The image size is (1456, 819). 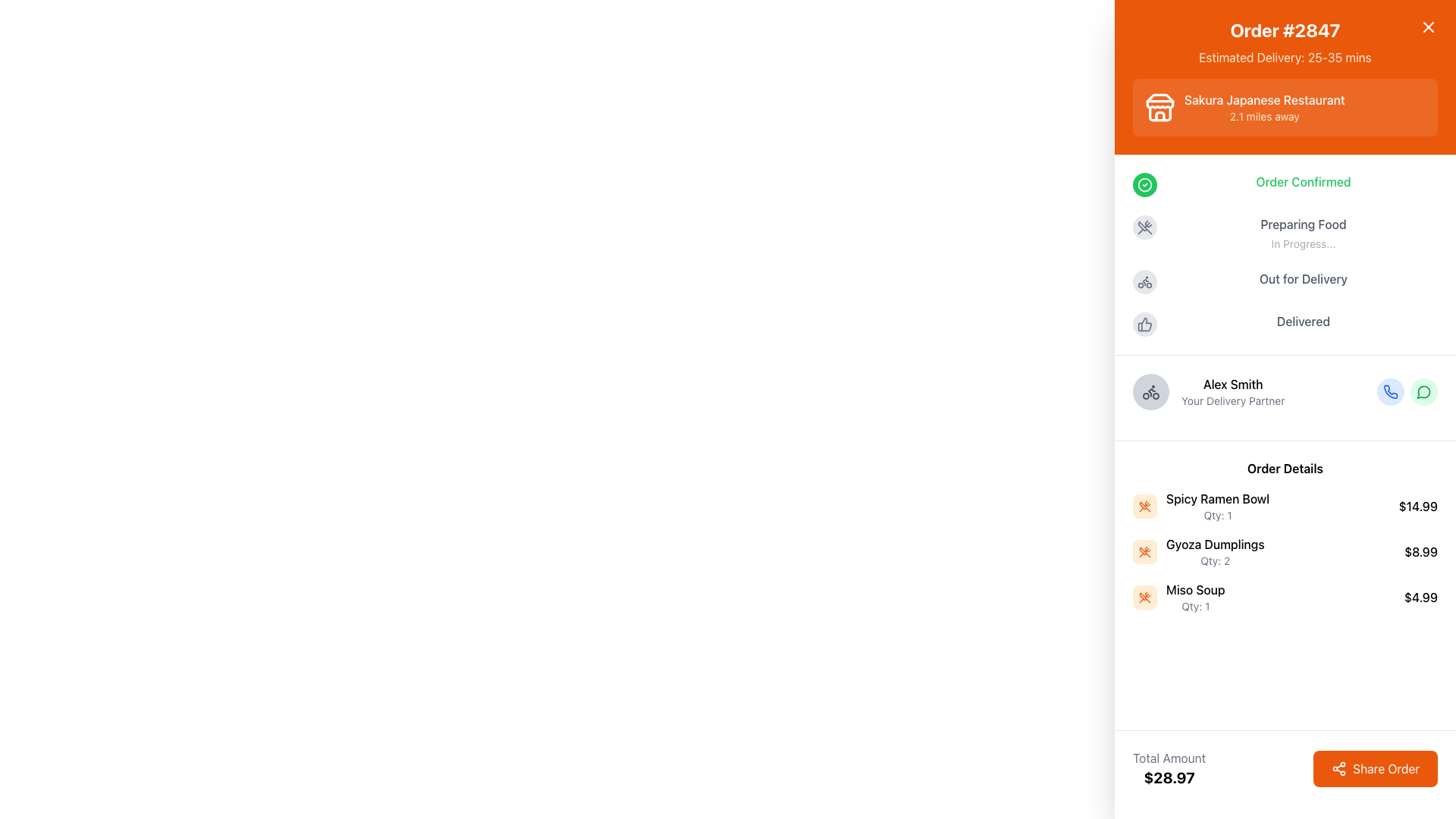 I want to click on the text label for 'Miso Soup' in the Order Details section, which is aligned with the quantity and price of the item, so click(x=1194, y=589).